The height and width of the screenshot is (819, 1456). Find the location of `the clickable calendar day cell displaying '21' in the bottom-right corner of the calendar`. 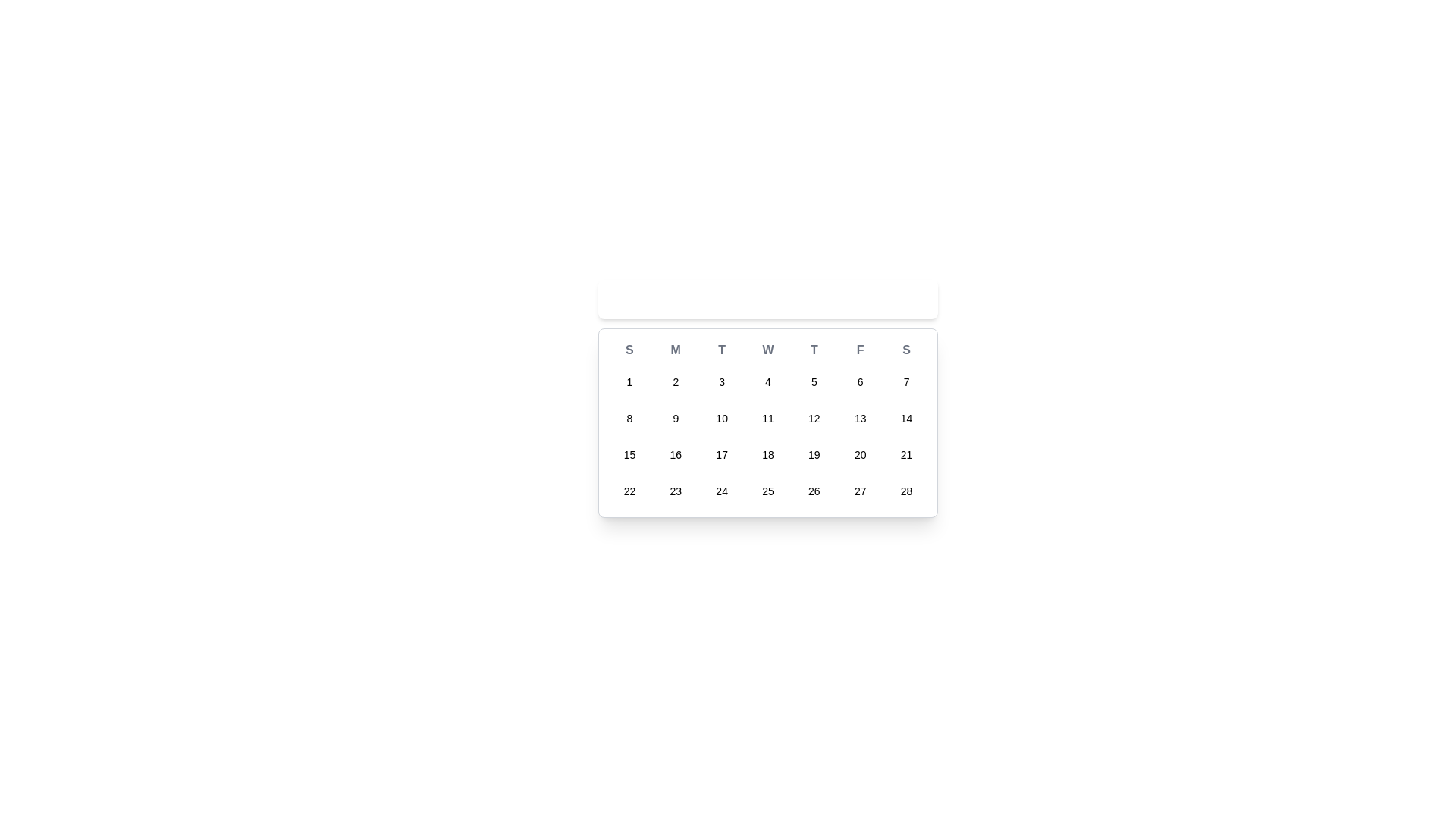

the clickable calendar day cell displaying '21' in the bottom-right corner of the calendar is located at coordinates (906, 454).